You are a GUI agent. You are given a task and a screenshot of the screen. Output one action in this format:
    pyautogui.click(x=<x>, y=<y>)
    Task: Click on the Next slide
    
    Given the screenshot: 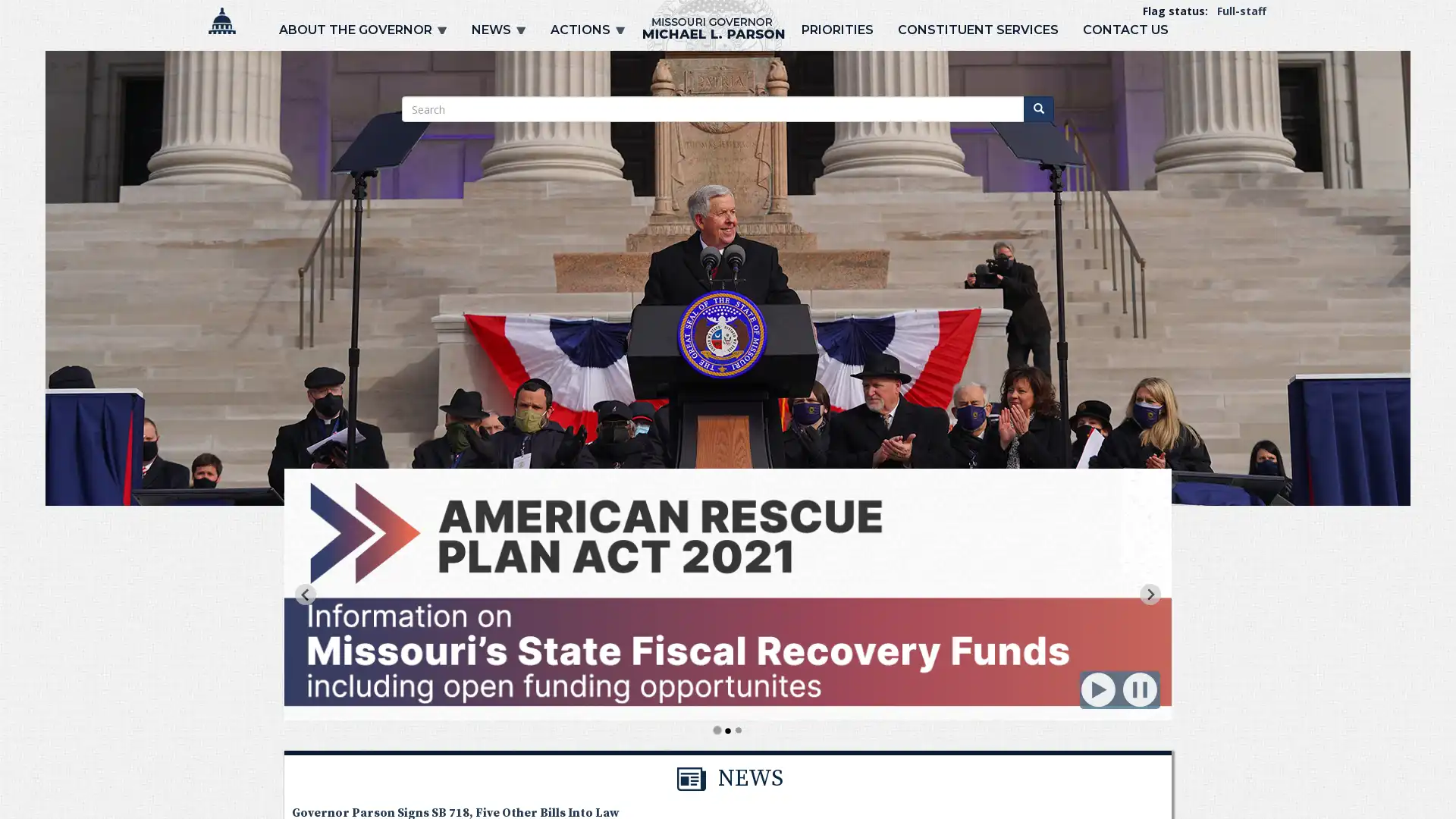 What is the action you would take?
    pyautogui.click(x=1150, y=593)
    